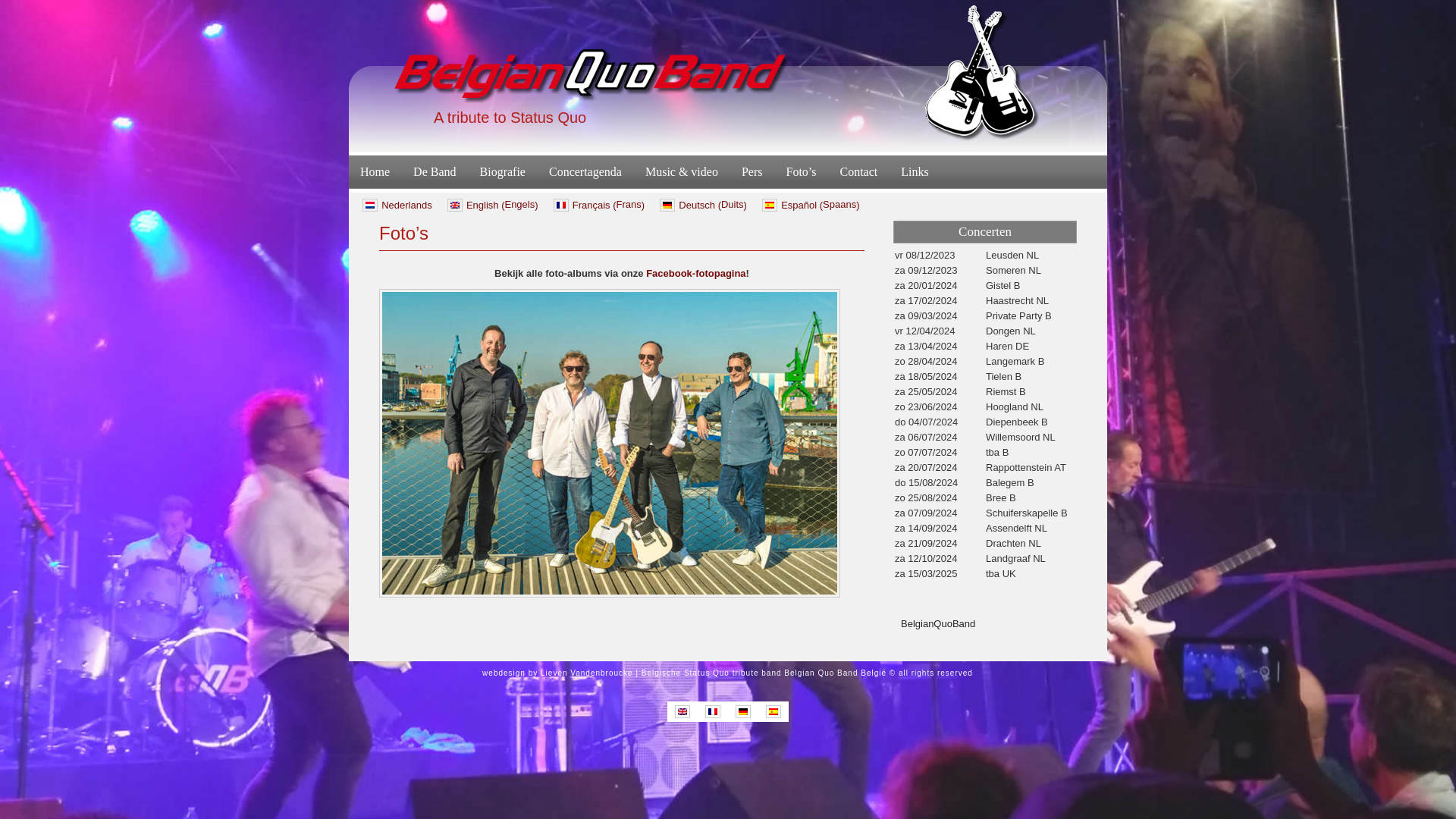 The image size is (1456, 819). I want to click on 'Links', so click(889, 171).